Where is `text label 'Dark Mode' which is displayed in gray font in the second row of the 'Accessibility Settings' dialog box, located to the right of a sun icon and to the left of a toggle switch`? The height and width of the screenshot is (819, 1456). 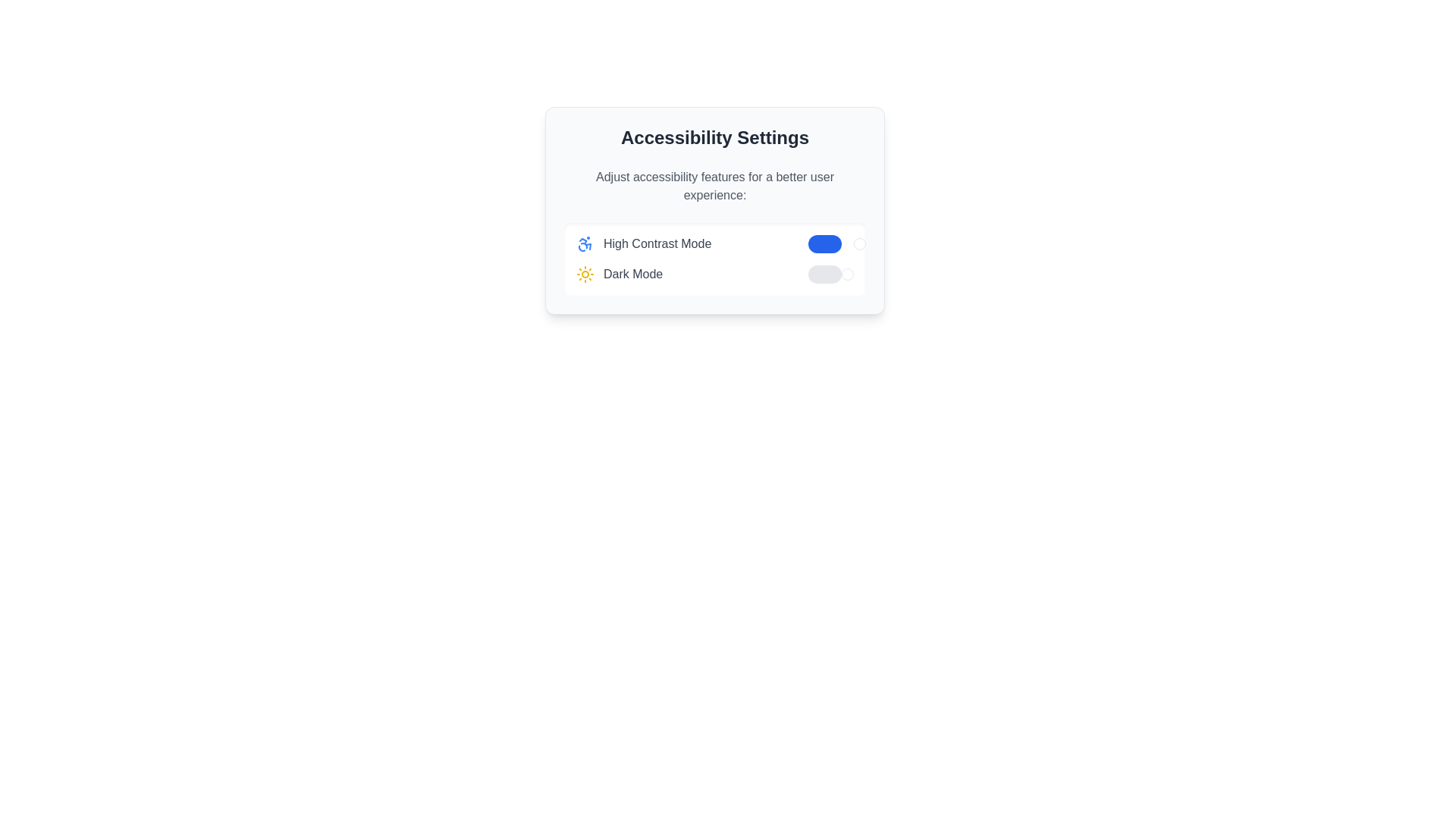
text label 'Dark Mode' which is displayed in gray font in the second row of the 'Accessibility Settings' dialog box, located to the right of a sun icon and to the left of a toggle switch is located at coordinates (633, 275).